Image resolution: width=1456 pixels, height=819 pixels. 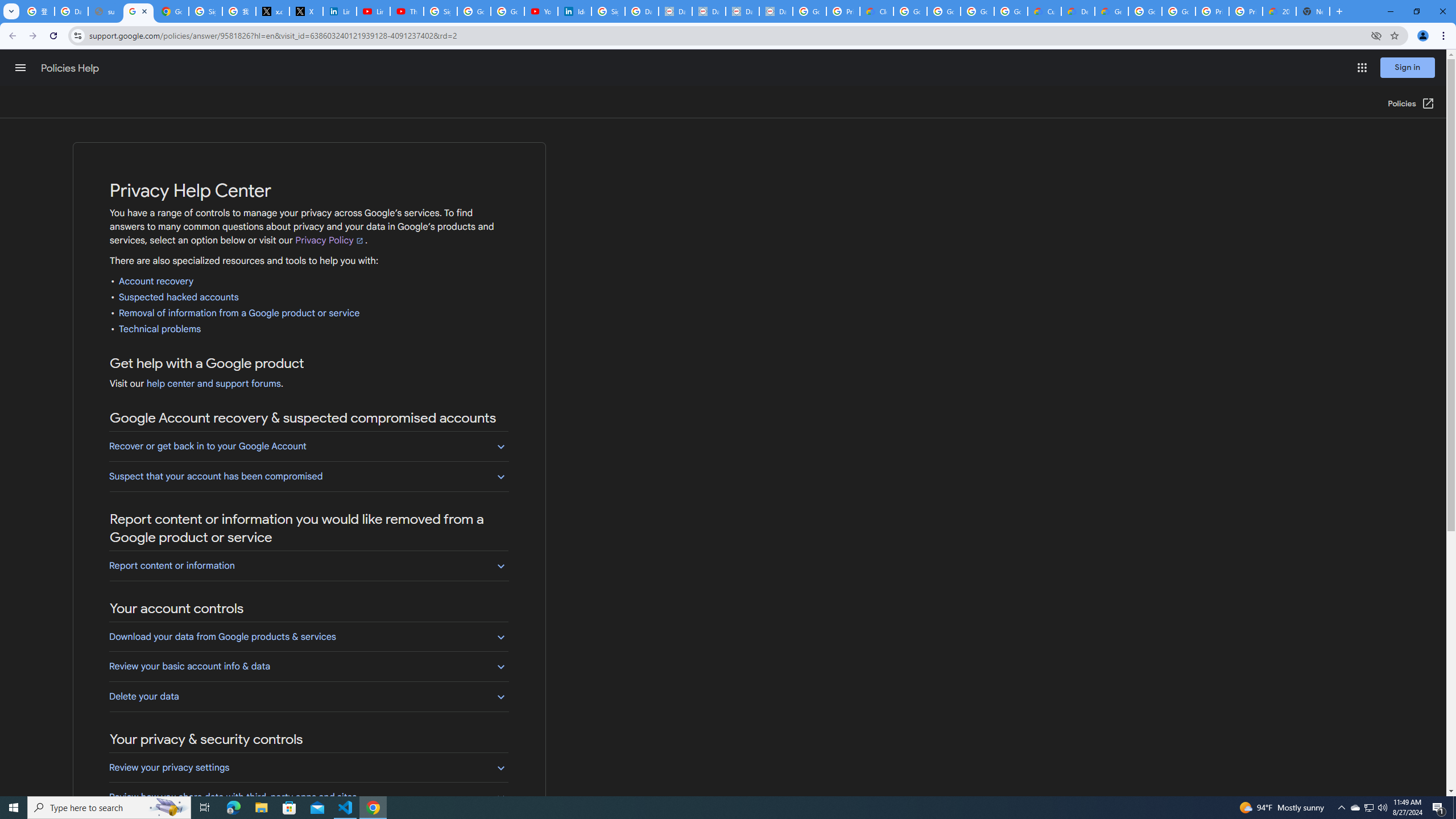 What do you see at coordinates (308, 797) in the screenshot?
I see `'Review how you share data with third-party apps and sites'` at bounding box center [308, 797].